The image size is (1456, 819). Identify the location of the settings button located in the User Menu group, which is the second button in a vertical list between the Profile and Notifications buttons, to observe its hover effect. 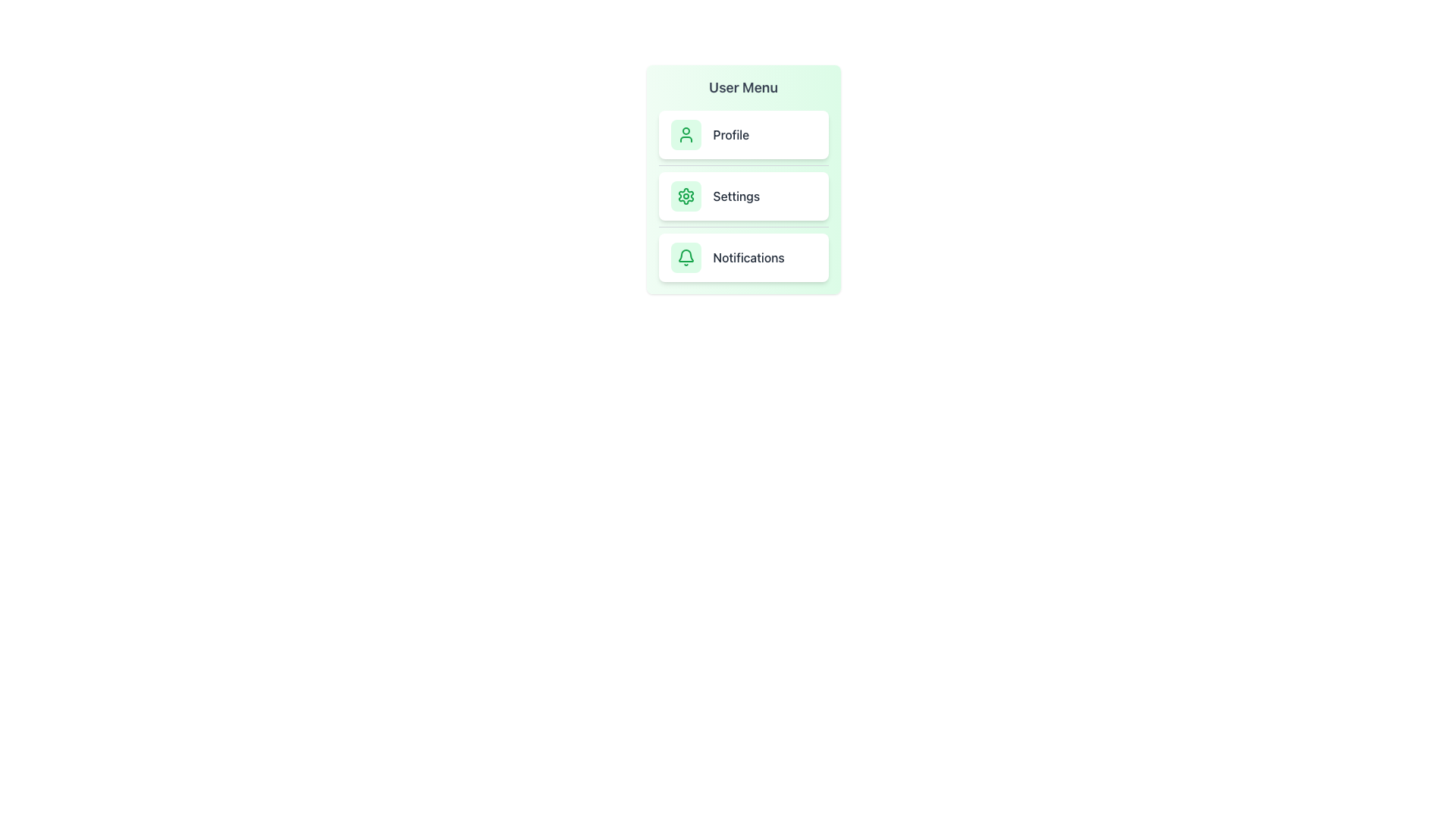
(743, 195).